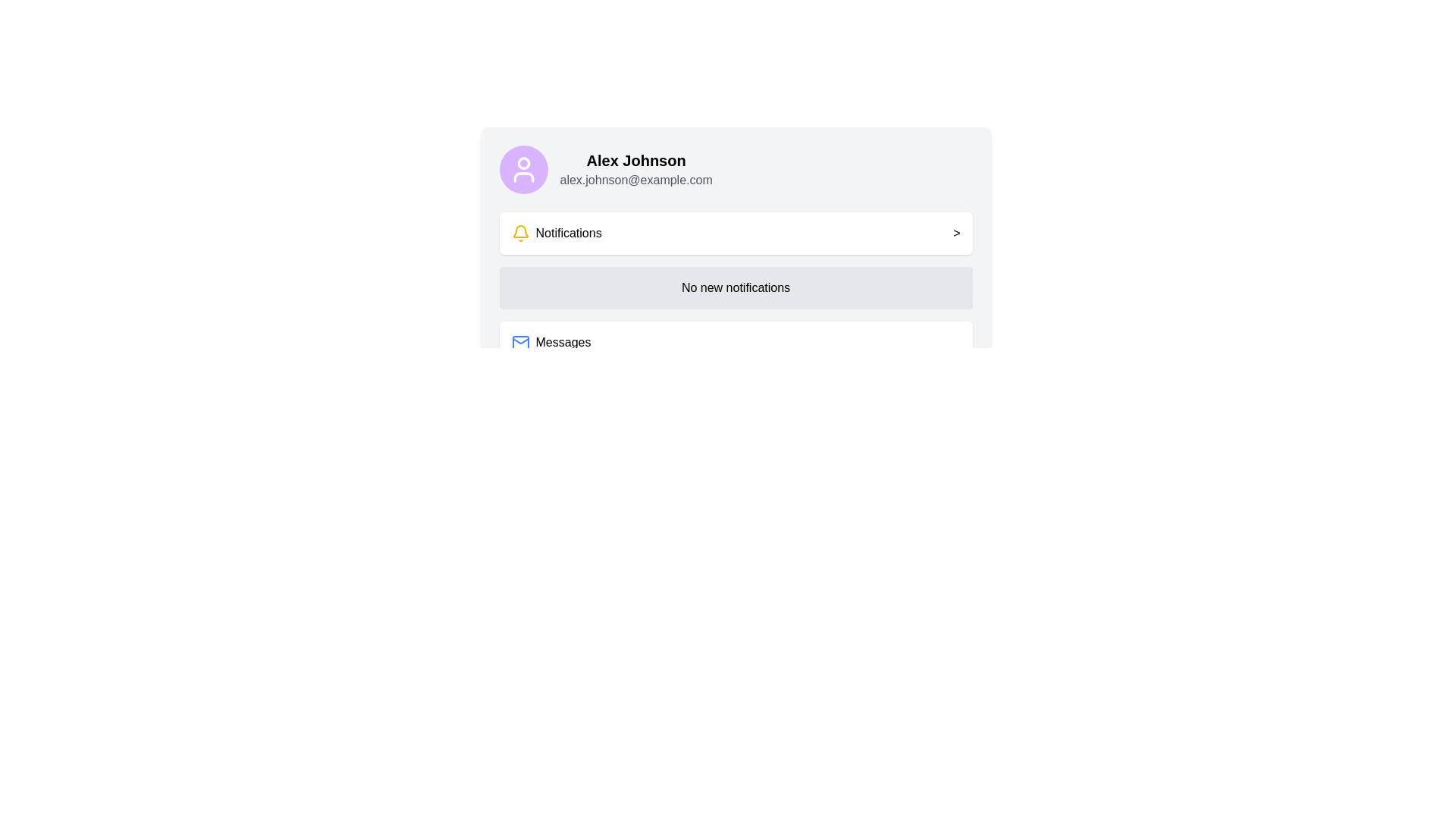 The width and height of the screenshot is (1456, 819). I want to click on the text display block that contains the message 'No new notifications', which is located between the 'Notifications' and 'Messages' sections, so click(736, 288).